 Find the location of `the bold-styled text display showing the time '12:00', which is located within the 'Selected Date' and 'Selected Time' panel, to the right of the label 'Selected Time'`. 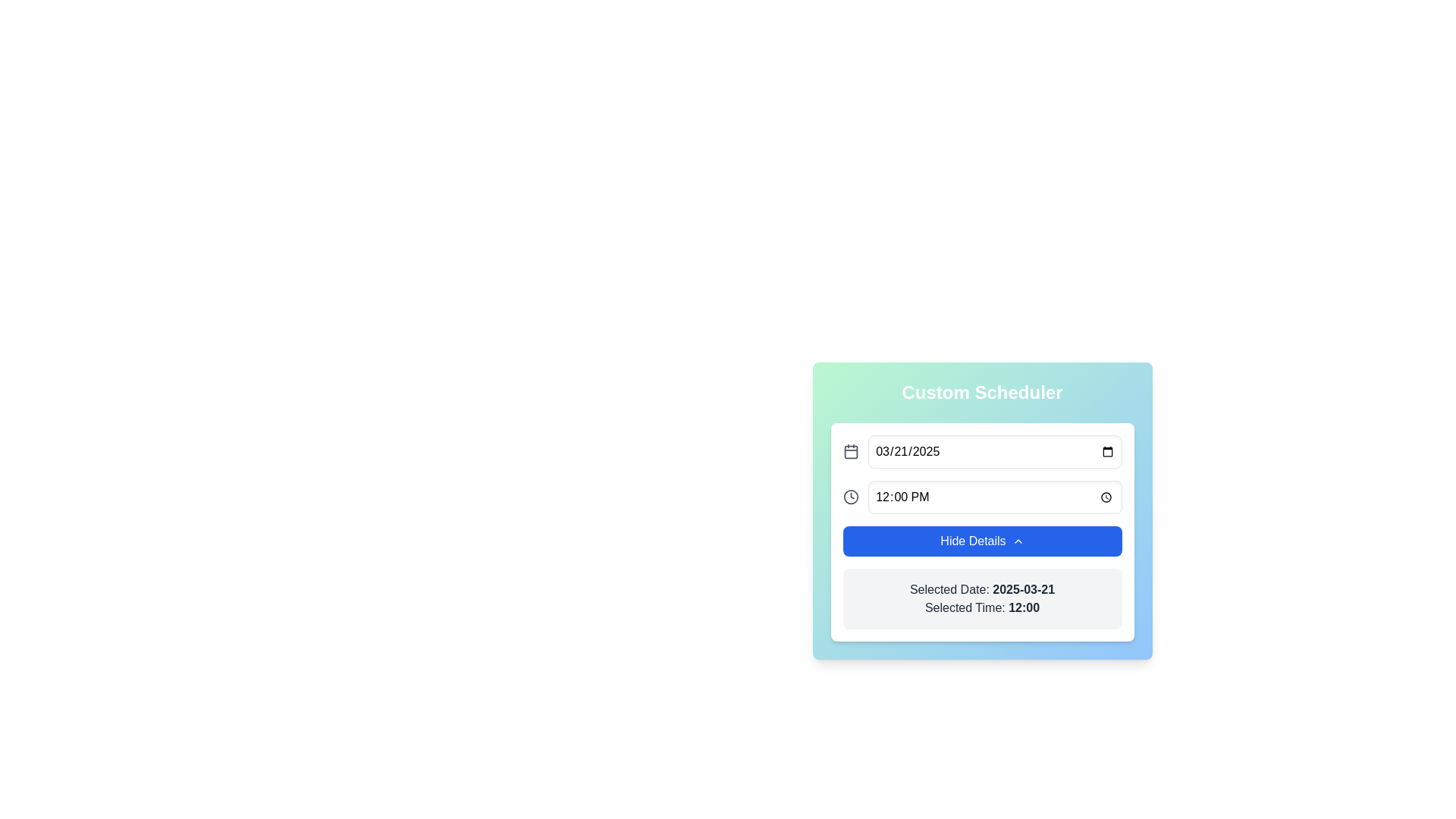

the bold-styled text display showing the time '12:00', which is located within the 'Selected Date' and 'Selected Time' panel, to the right of the label 'Selected Time' is located at coordinates (1024, 607).